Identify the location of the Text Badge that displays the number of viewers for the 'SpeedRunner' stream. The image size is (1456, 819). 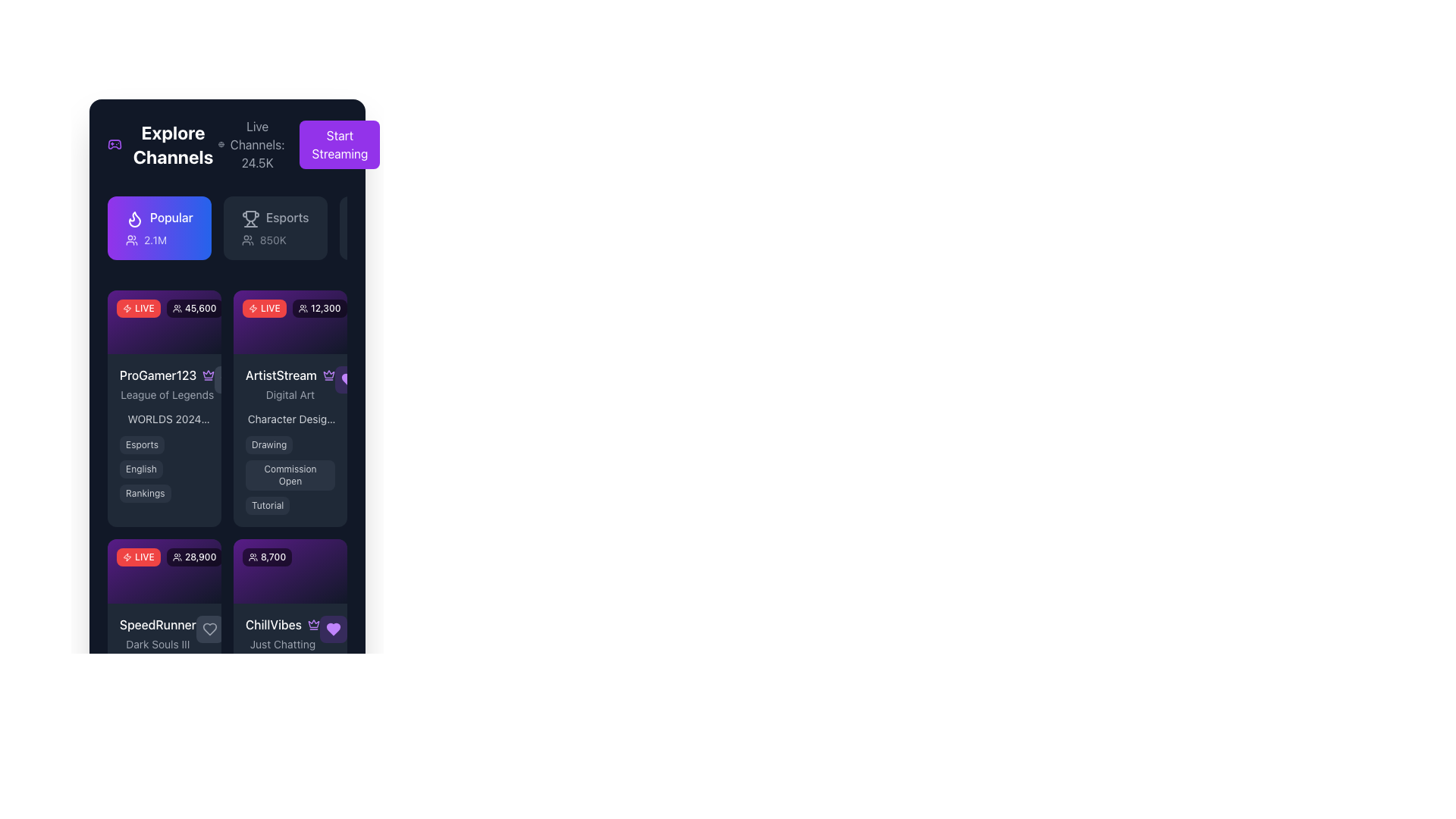
(193, 557).